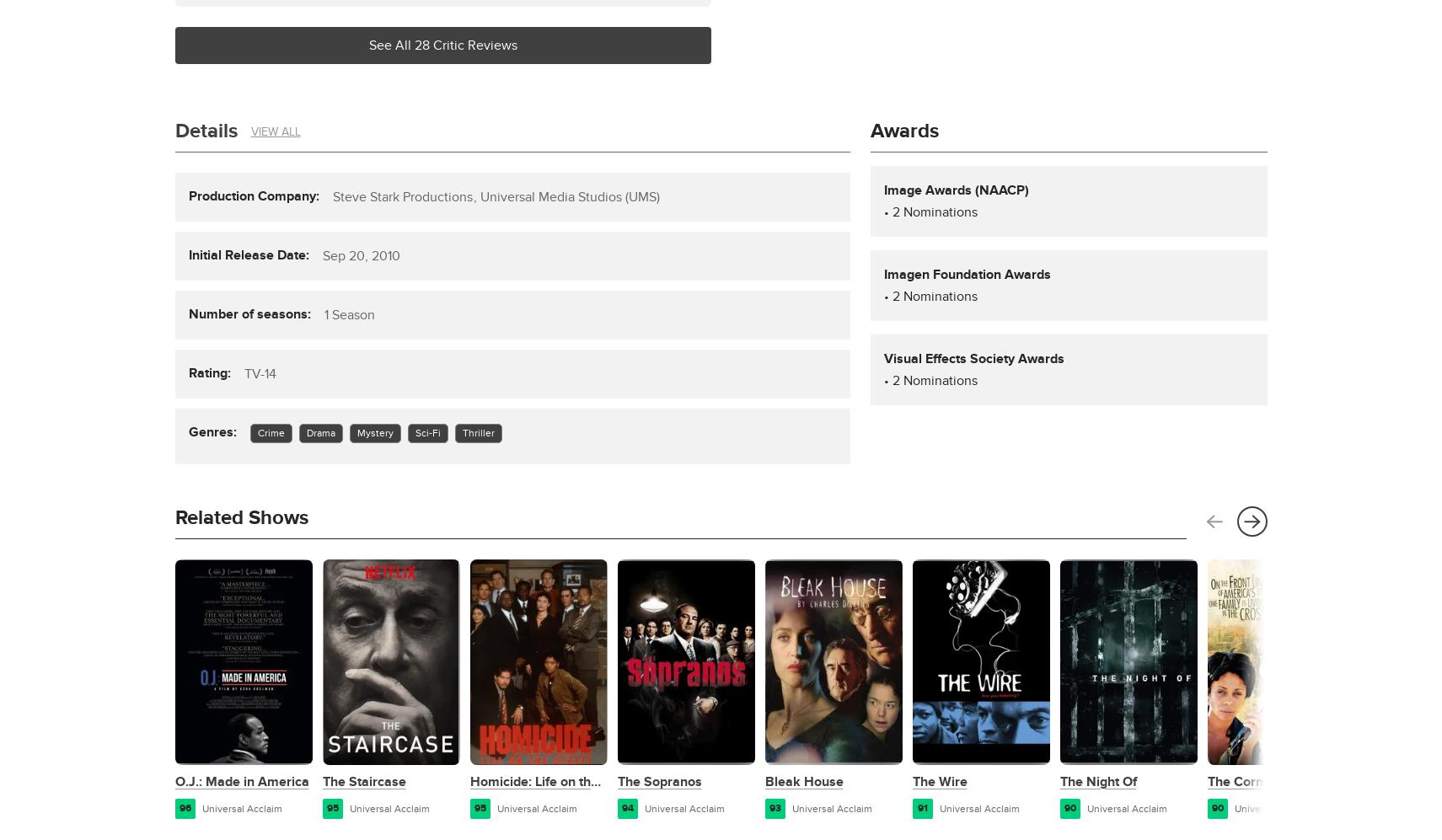 The image size is (1442, 840). I want to click on '1 Season', so click(349, 314).